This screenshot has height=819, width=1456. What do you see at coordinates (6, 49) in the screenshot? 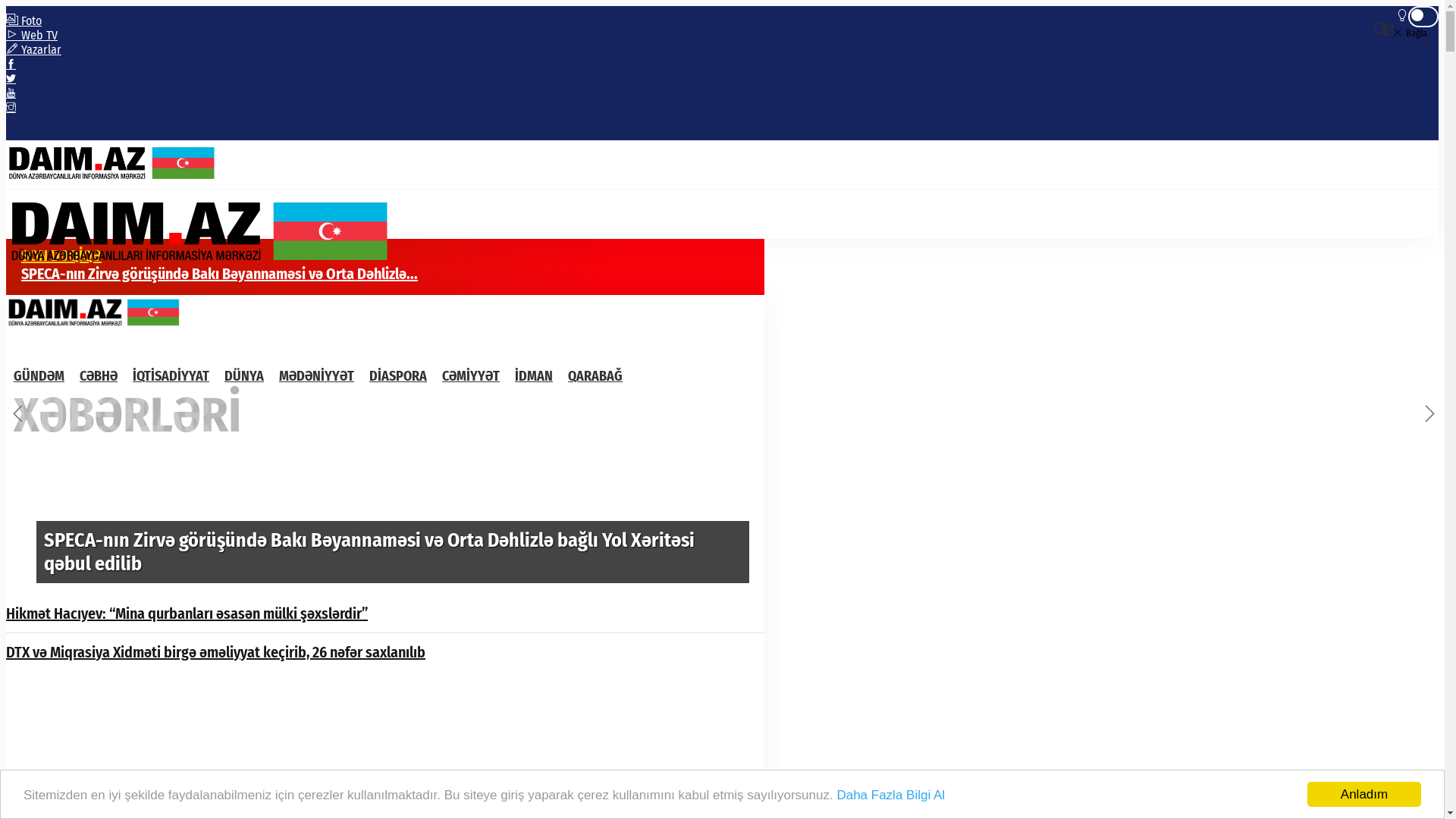
I see `'Yazarlar'` at bounding box center [6, 49].